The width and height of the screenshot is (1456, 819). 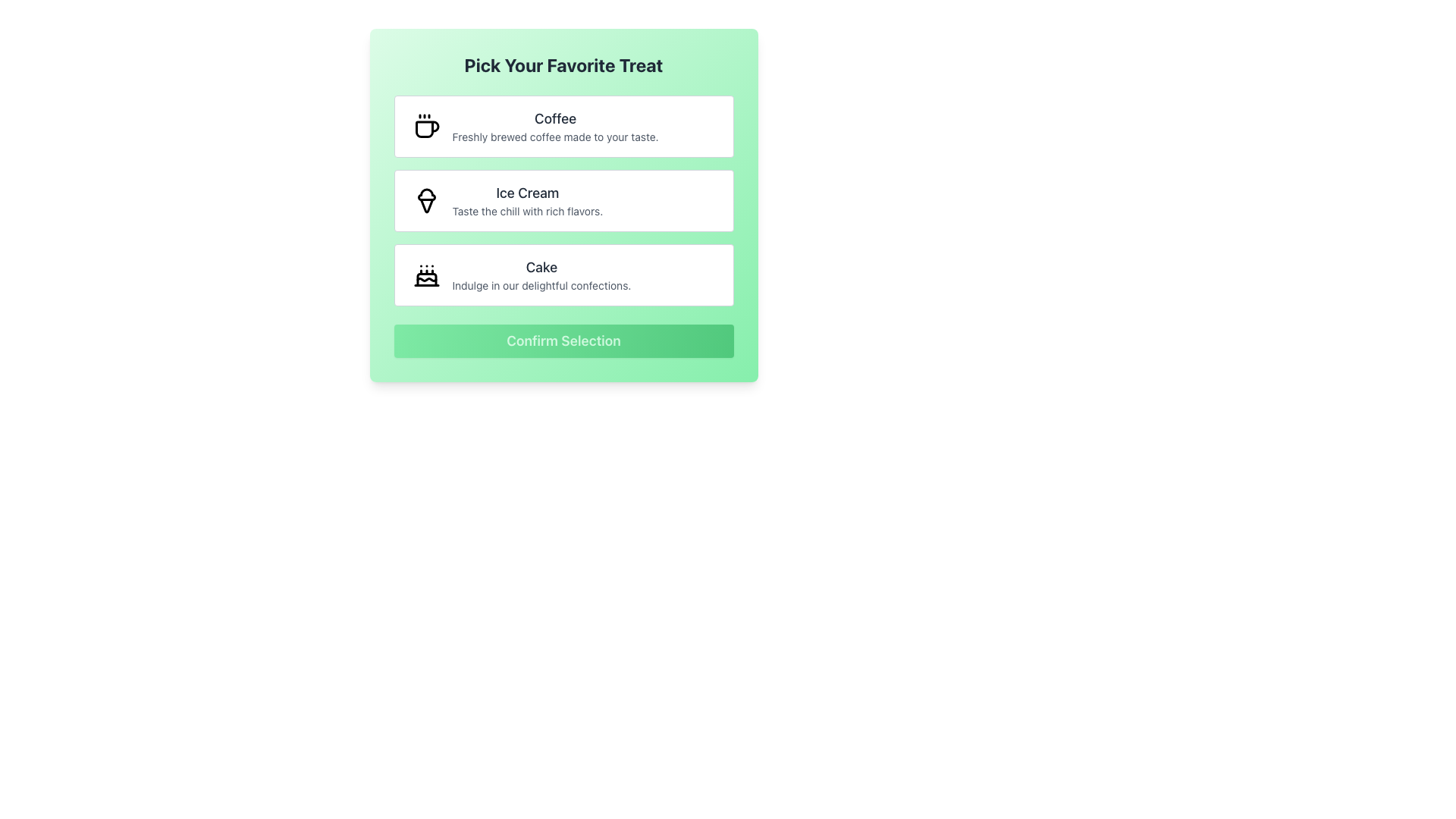 What do you see at coordinates (541, 286) in the screenshot?
I see `the descriptive text label for the selection option 'Cake', which is positioned directly beneath the title 'Cake' in the options list` at bounding box center [541, 286].